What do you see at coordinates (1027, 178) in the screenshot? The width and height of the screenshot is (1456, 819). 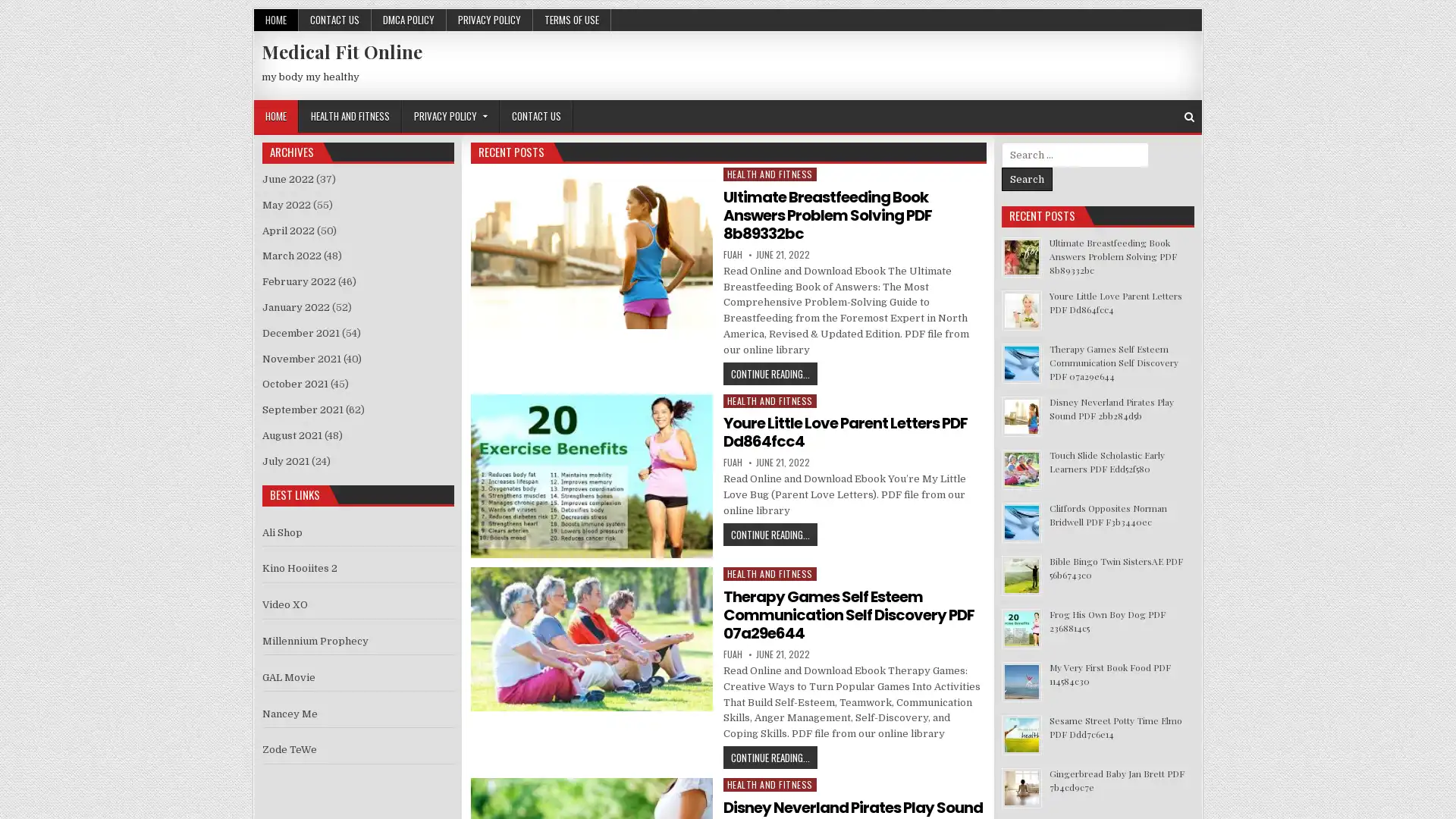 I see `Search` at bounding box center [1027, 178].